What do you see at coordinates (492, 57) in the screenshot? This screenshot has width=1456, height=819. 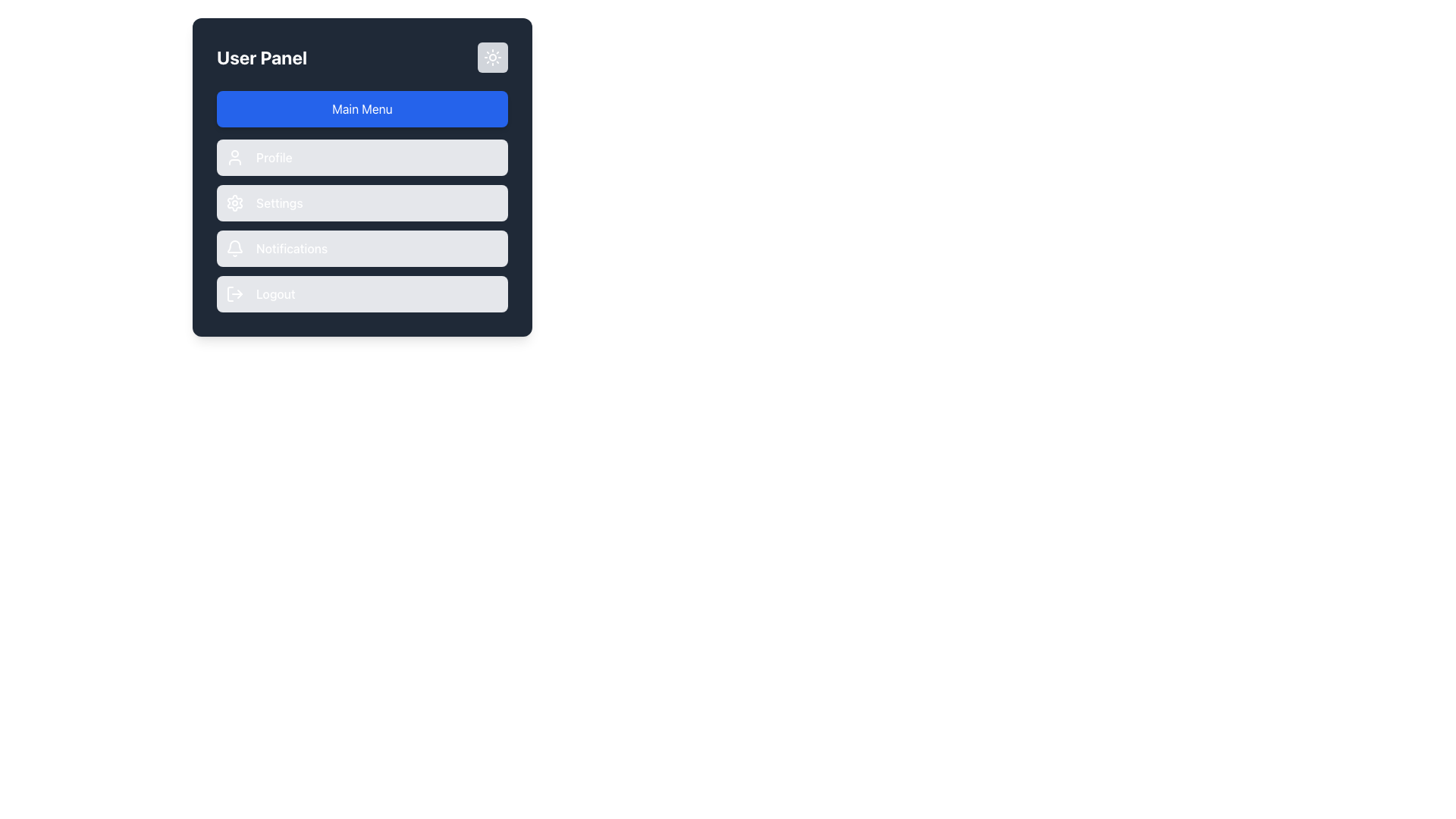 I see `the sun-shaped icon located at the top-right corner of the User Panel interface` at bounding box center [492, 57].